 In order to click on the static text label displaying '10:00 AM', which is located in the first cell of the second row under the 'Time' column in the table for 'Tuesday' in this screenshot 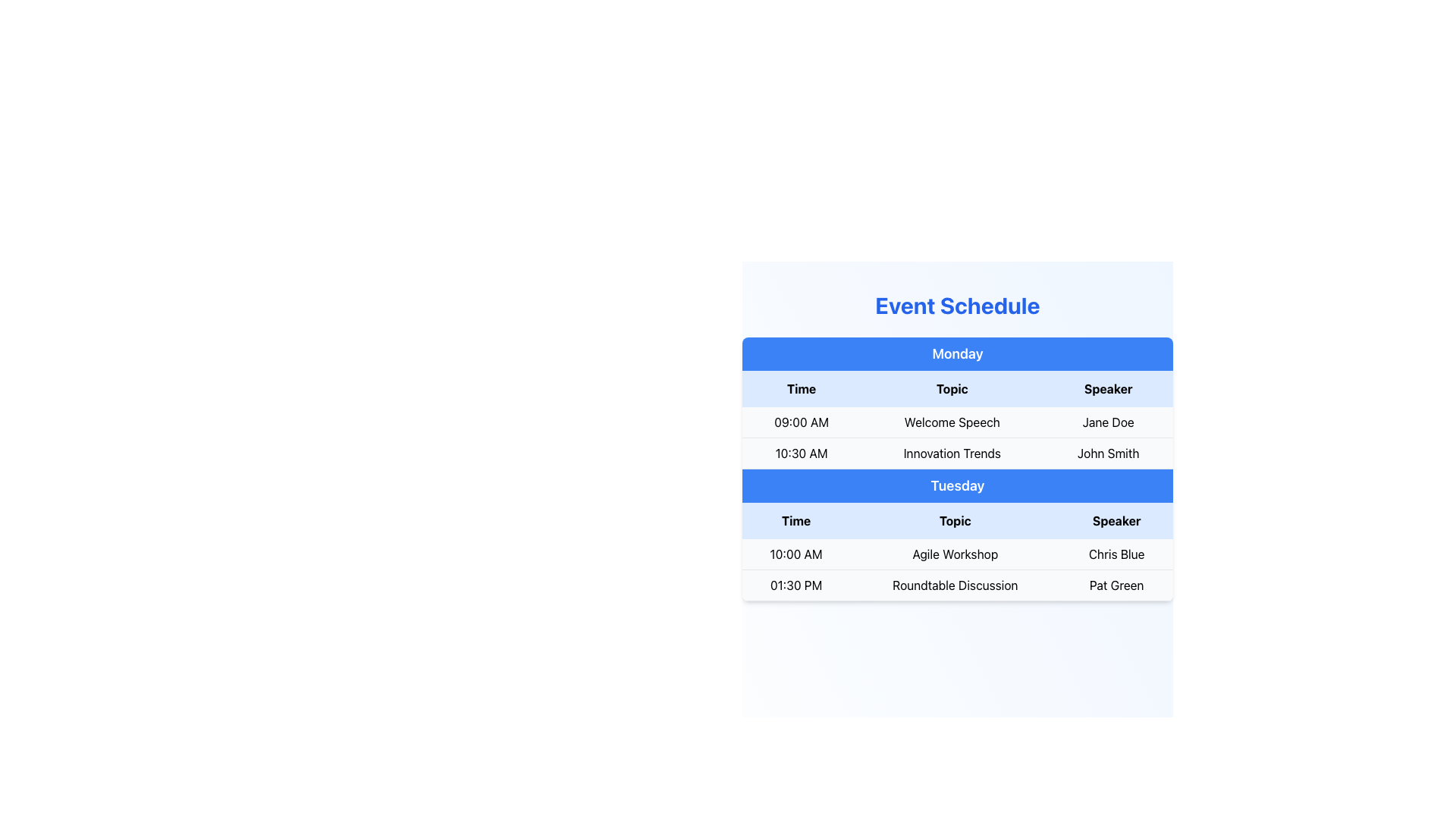, I will do `click(795, 554)`.